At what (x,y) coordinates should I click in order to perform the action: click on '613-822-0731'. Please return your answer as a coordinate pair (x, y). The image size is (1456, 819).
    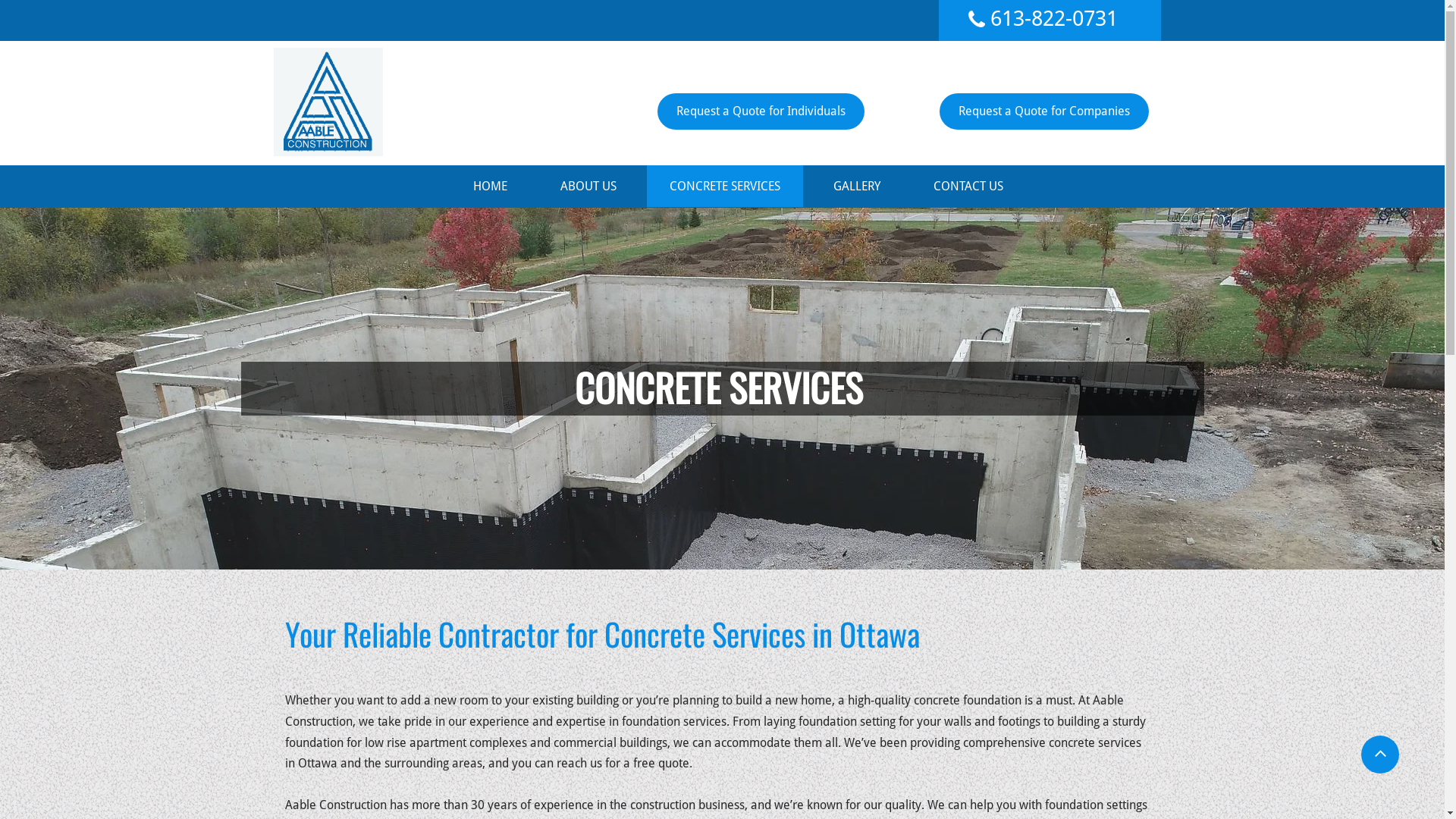
    Looking at the image, I should click on (1053, 18).